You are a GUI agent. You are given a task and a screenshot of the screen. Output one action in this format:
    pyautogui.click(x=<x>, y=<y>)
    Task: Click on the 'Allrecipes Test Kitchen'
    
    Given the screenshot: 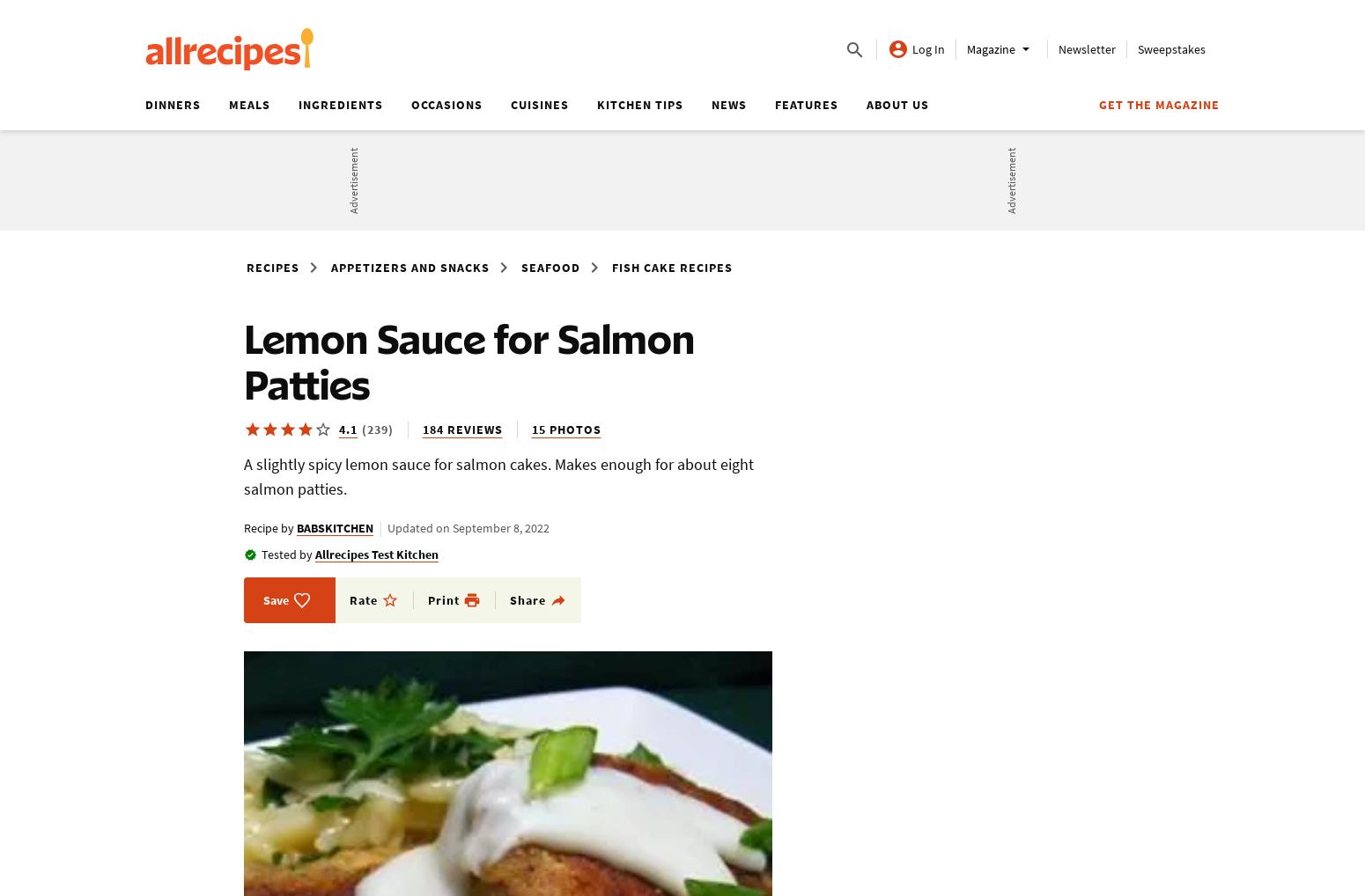 What is the action you would take?
    pyautogui.click(x=314, y=554)
    